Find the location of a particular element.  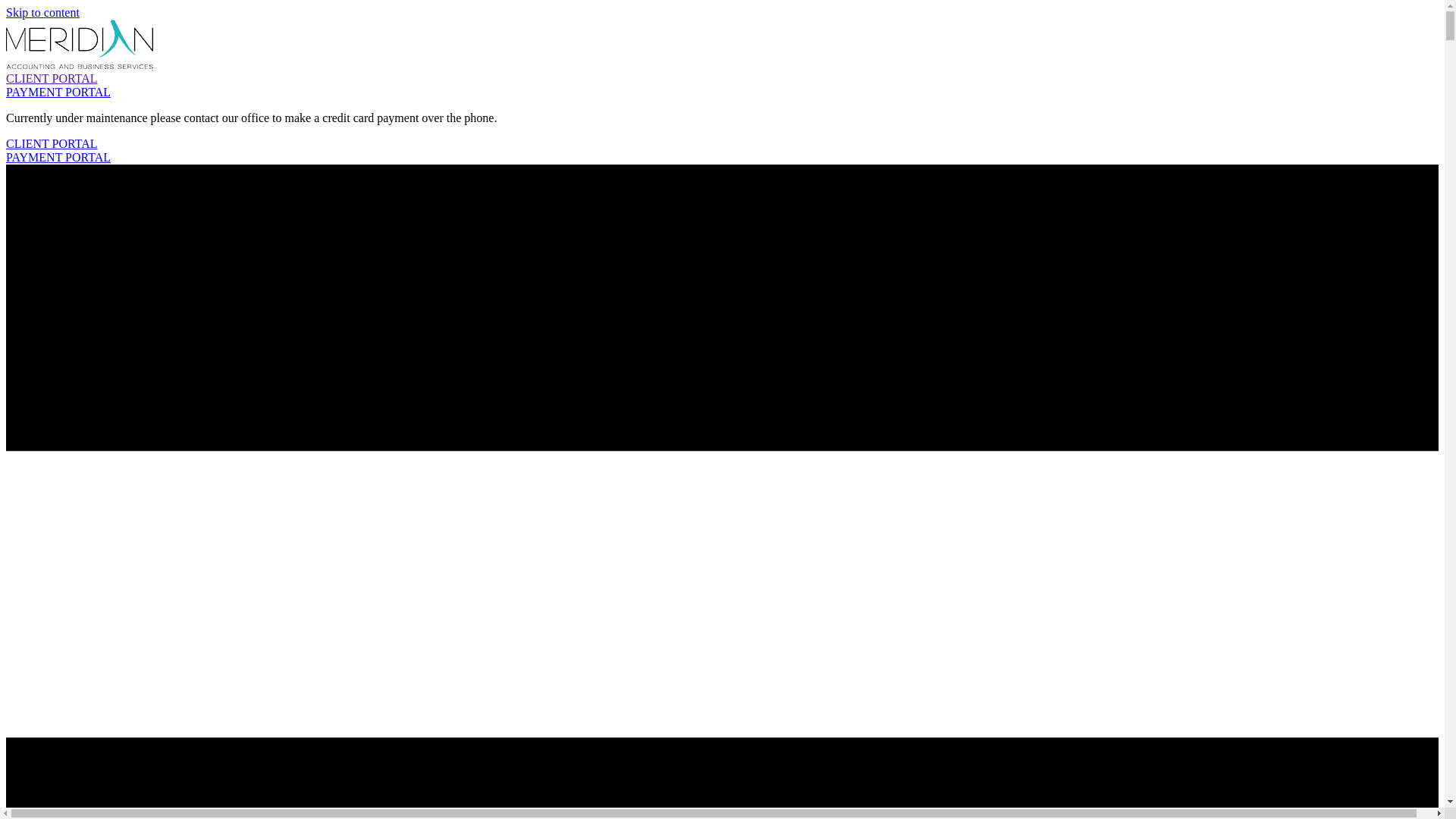

'Skip to content' is located at coordinates (42, 12).